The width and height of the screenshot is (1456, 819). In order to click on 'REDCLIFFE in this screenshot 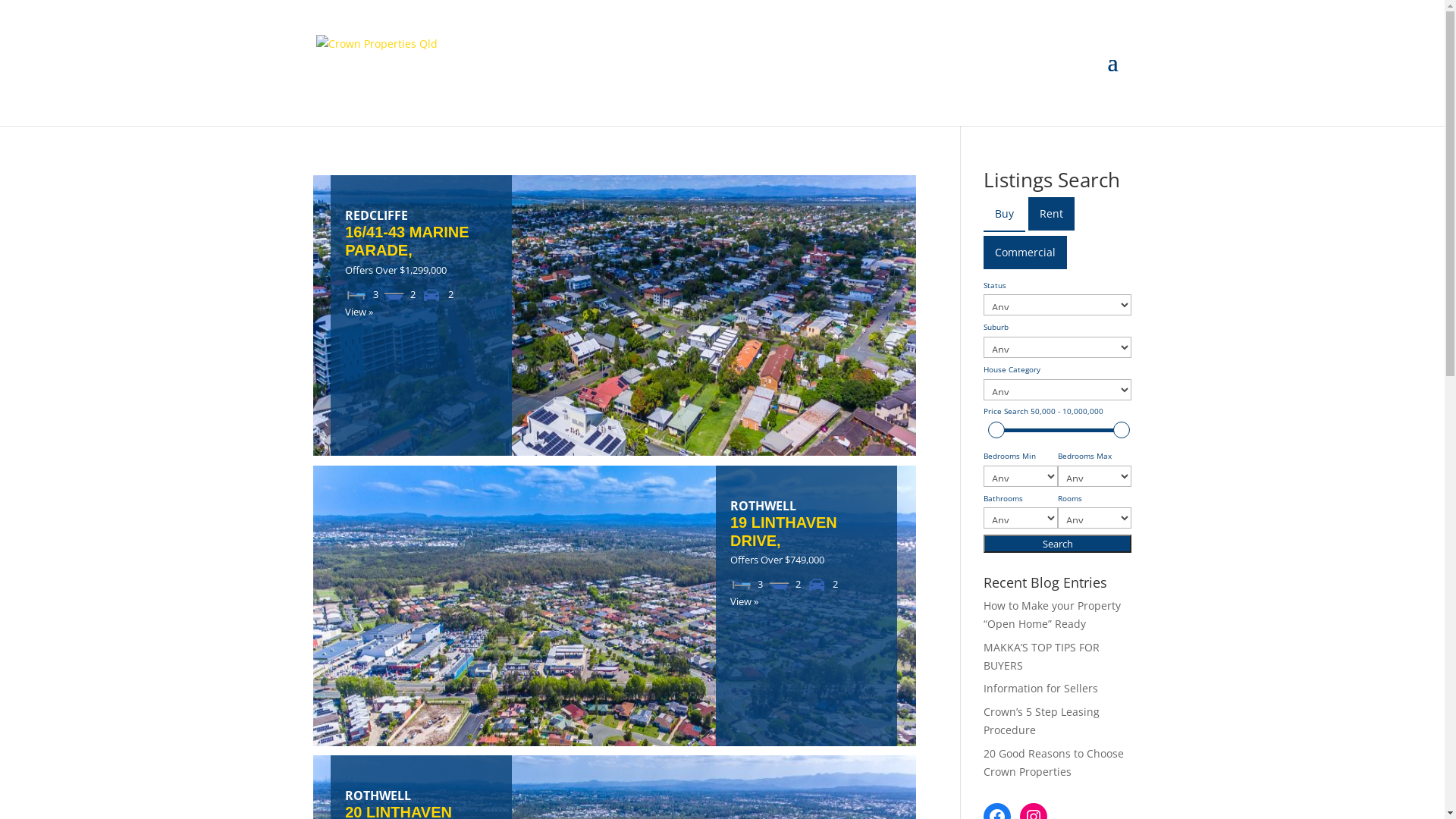, I will do `click(421, 234)`.